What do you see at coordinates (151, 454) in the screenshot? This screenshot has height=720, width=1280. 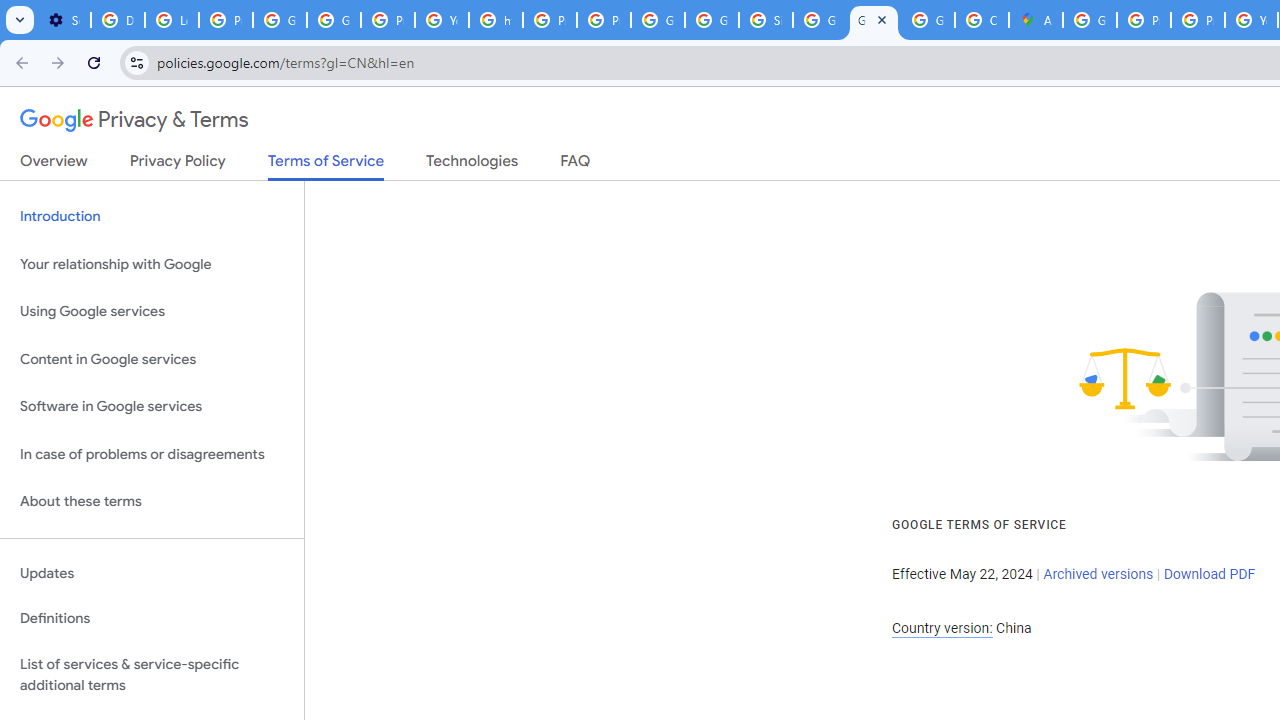 I see `'In case of problems or disagreements'` at bounding box center [151, 454].